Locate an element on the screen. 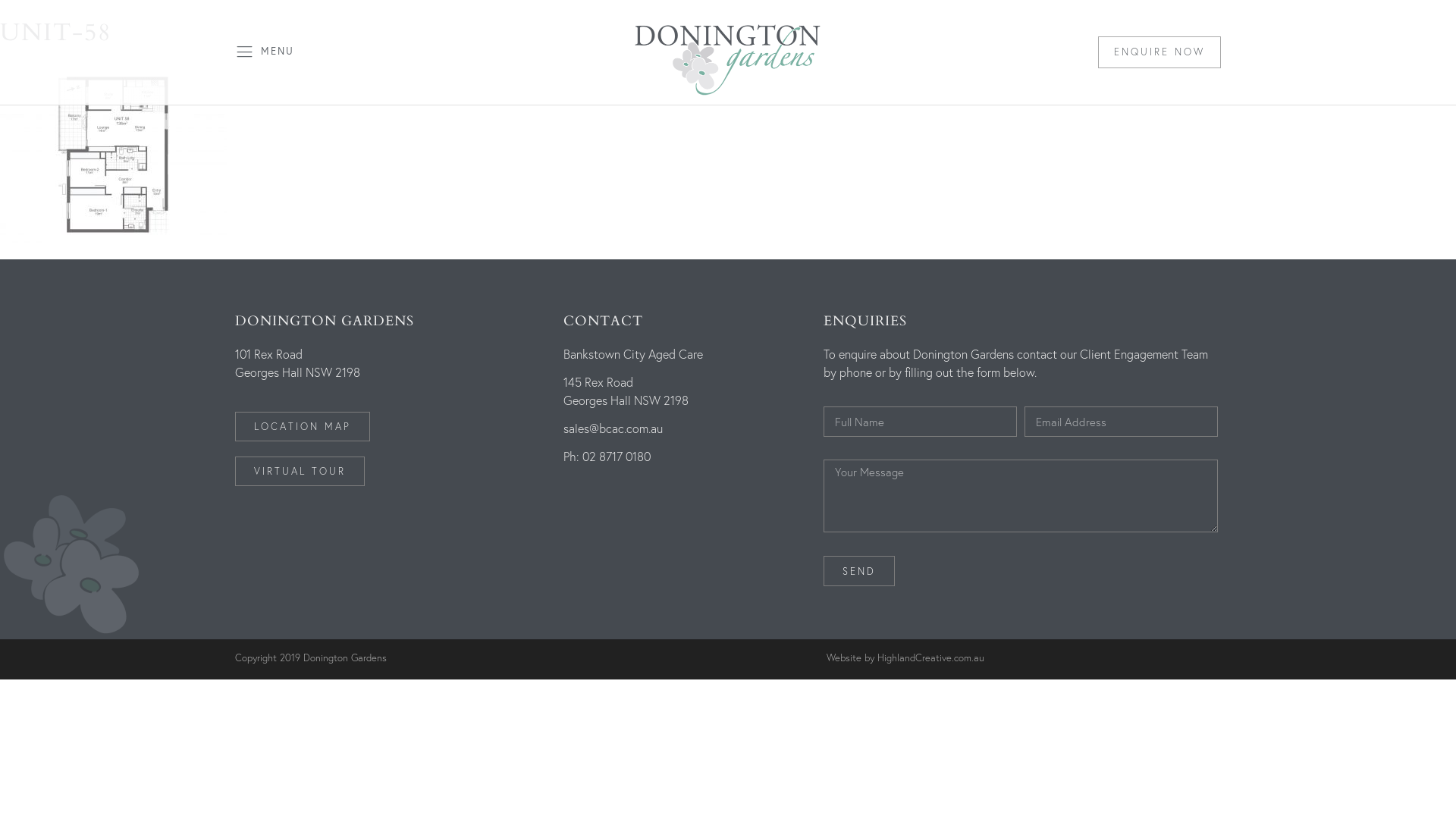 Image resolution: width=1456 pixels, height=819 pixels. 'MENU' is located at coordinates (277, 50).